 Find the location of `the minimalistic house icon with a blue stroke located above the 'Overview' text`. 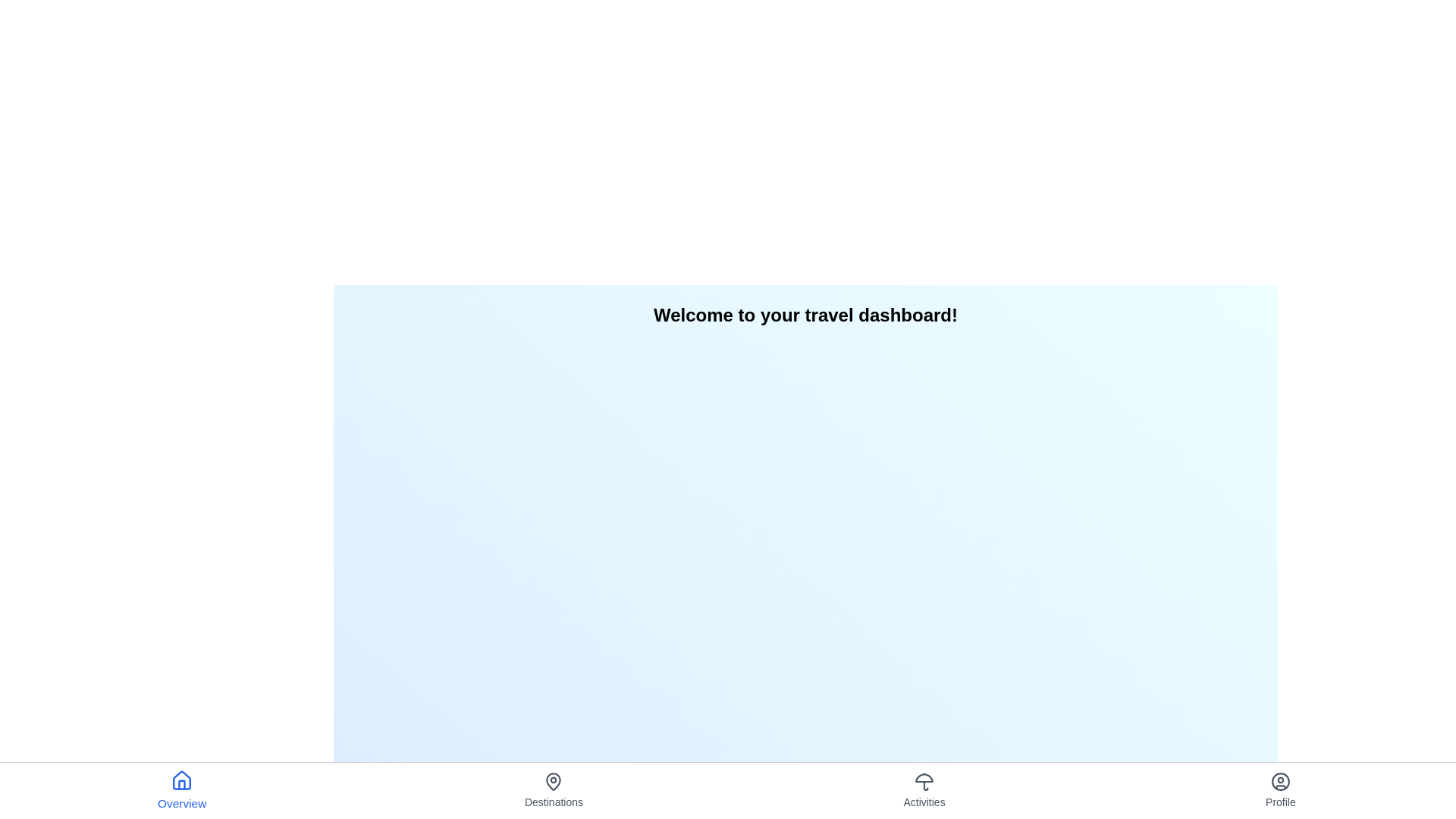

the minimalistic house icon with a blue stroke located above the 'Overview' text is located at coordinates (182, 780).